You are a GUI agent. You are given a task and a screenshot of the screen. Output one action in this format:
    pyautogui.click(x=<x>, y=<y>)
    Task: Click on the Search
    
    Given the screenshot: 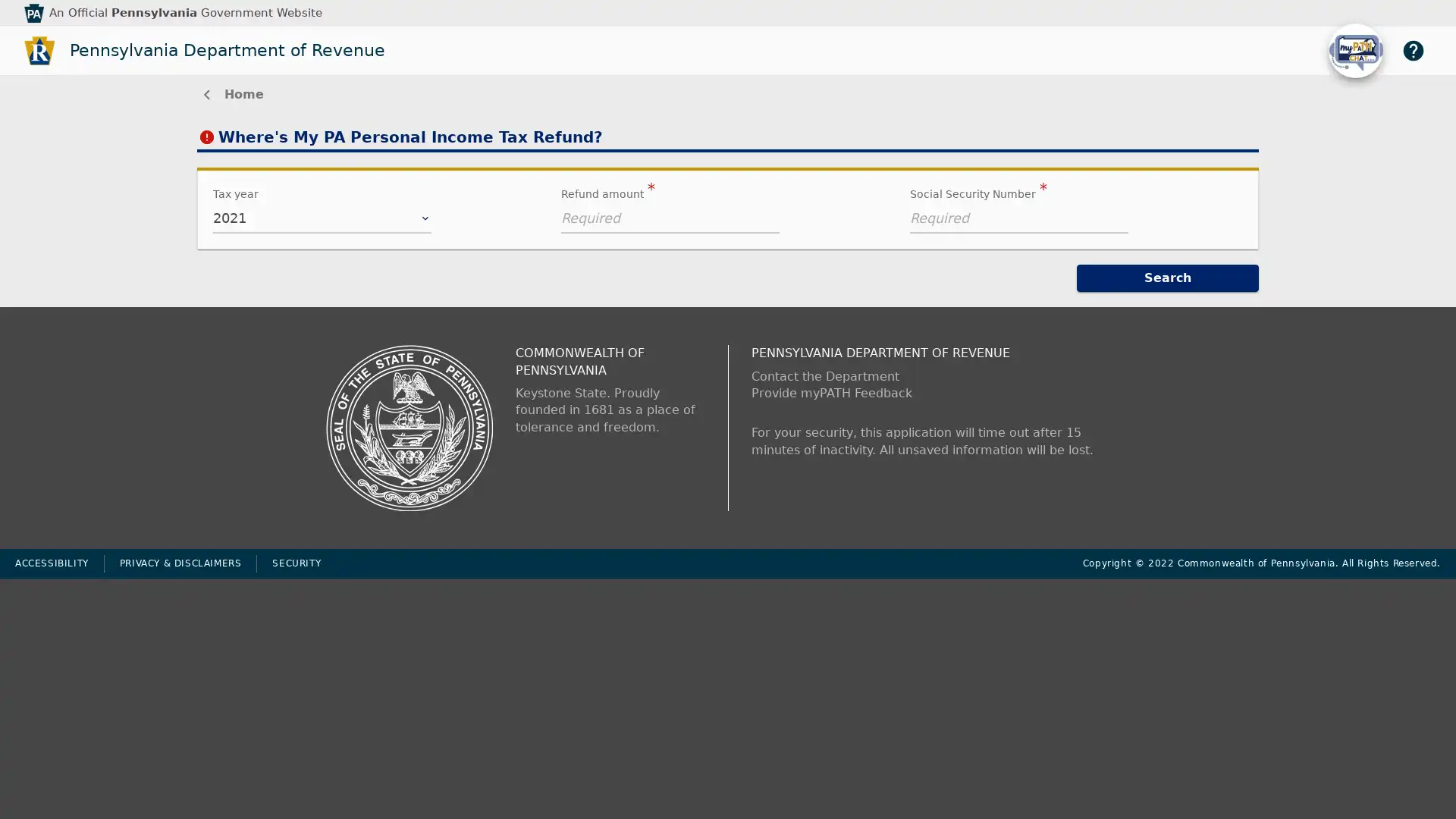 What is the action you would take?
    pyautogui.click(x=1167, y=278)
    